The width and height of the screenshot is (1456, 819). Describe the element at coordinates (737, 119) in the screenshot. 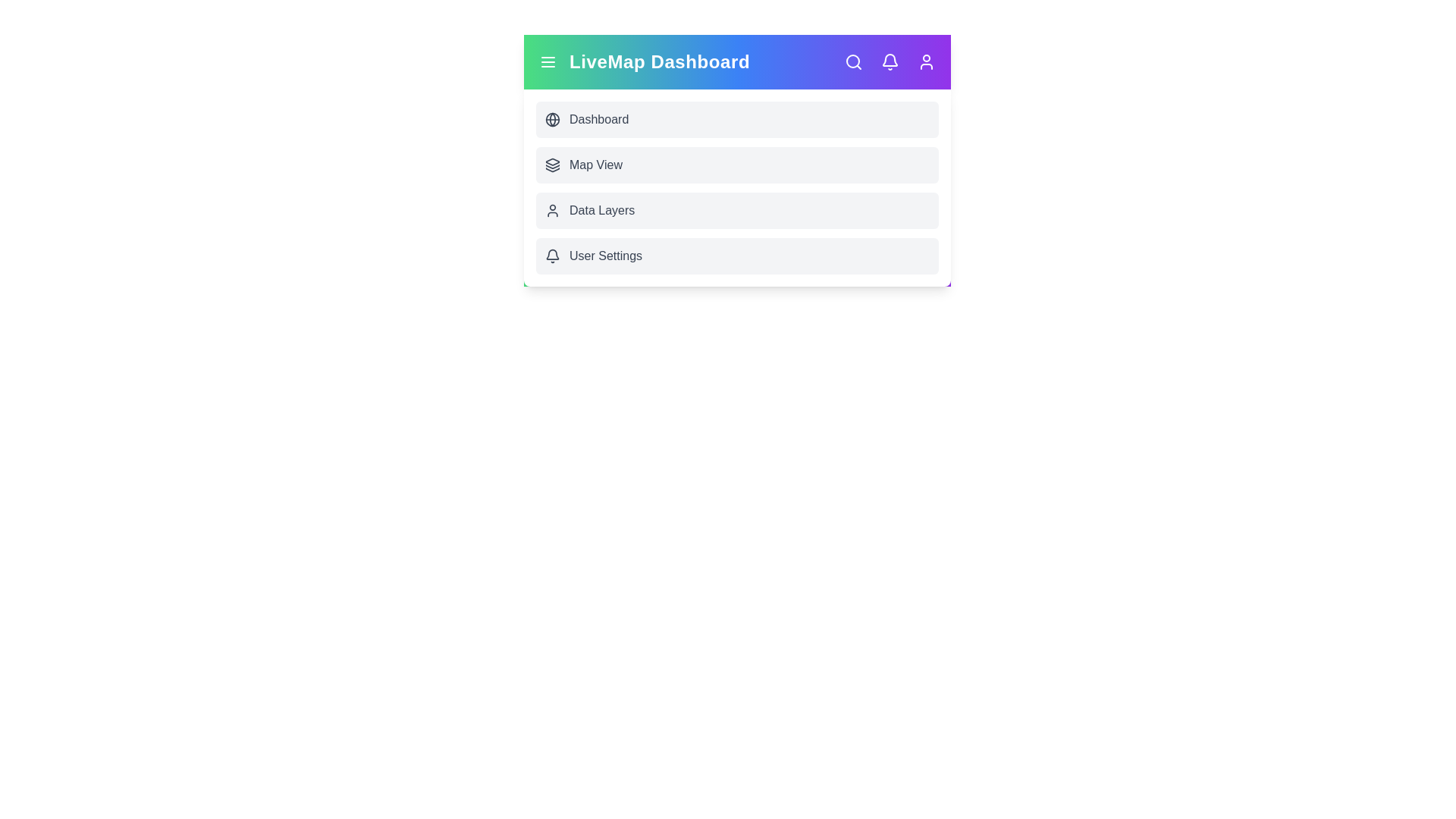

I see `the interactive element Dashboard Menu Item to view its visual feedback` at that location.